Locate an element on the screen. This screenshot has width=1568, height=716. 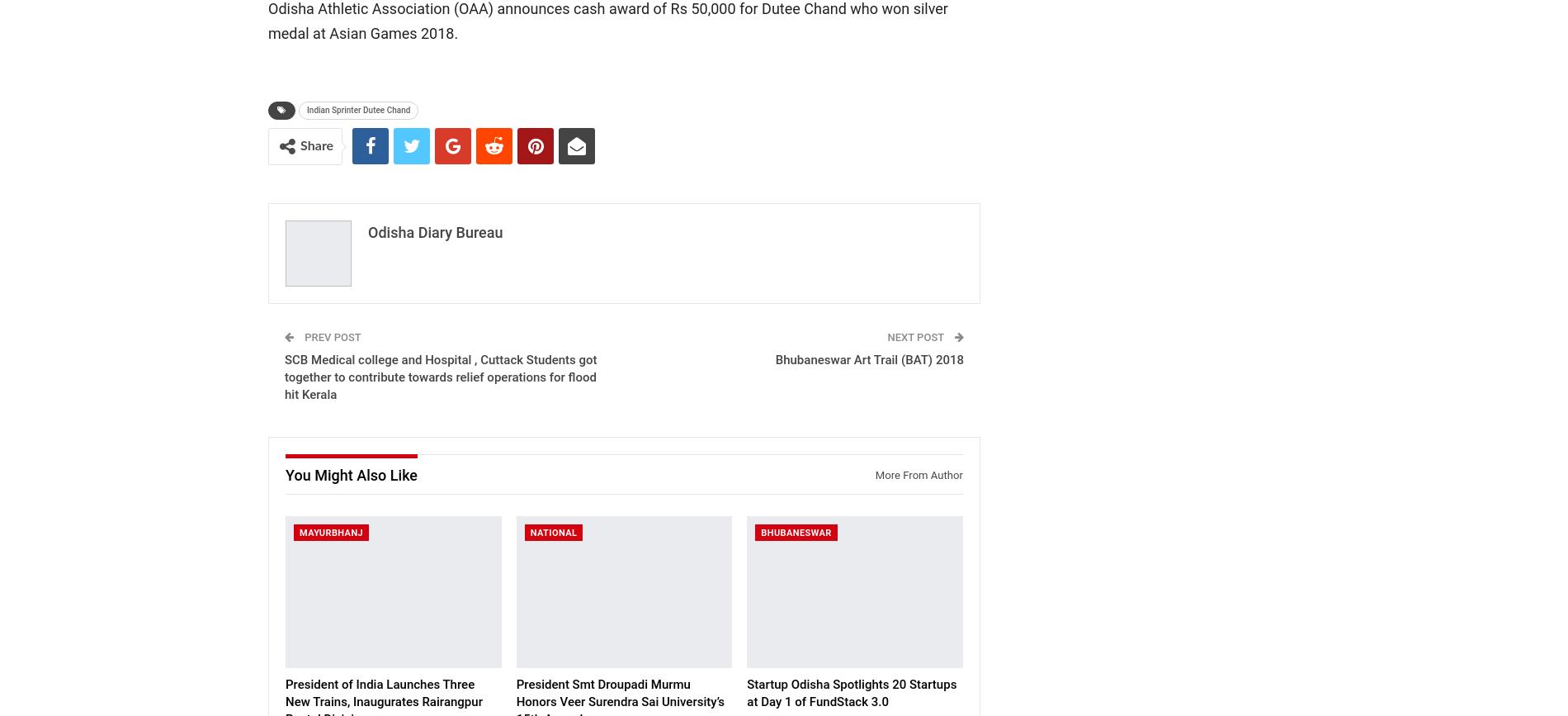
'SCB Medical college and Hospital , Cuttack Students got together to contribute towards relief operations for flood hit Kerala' is located at coordinates (441, 376).